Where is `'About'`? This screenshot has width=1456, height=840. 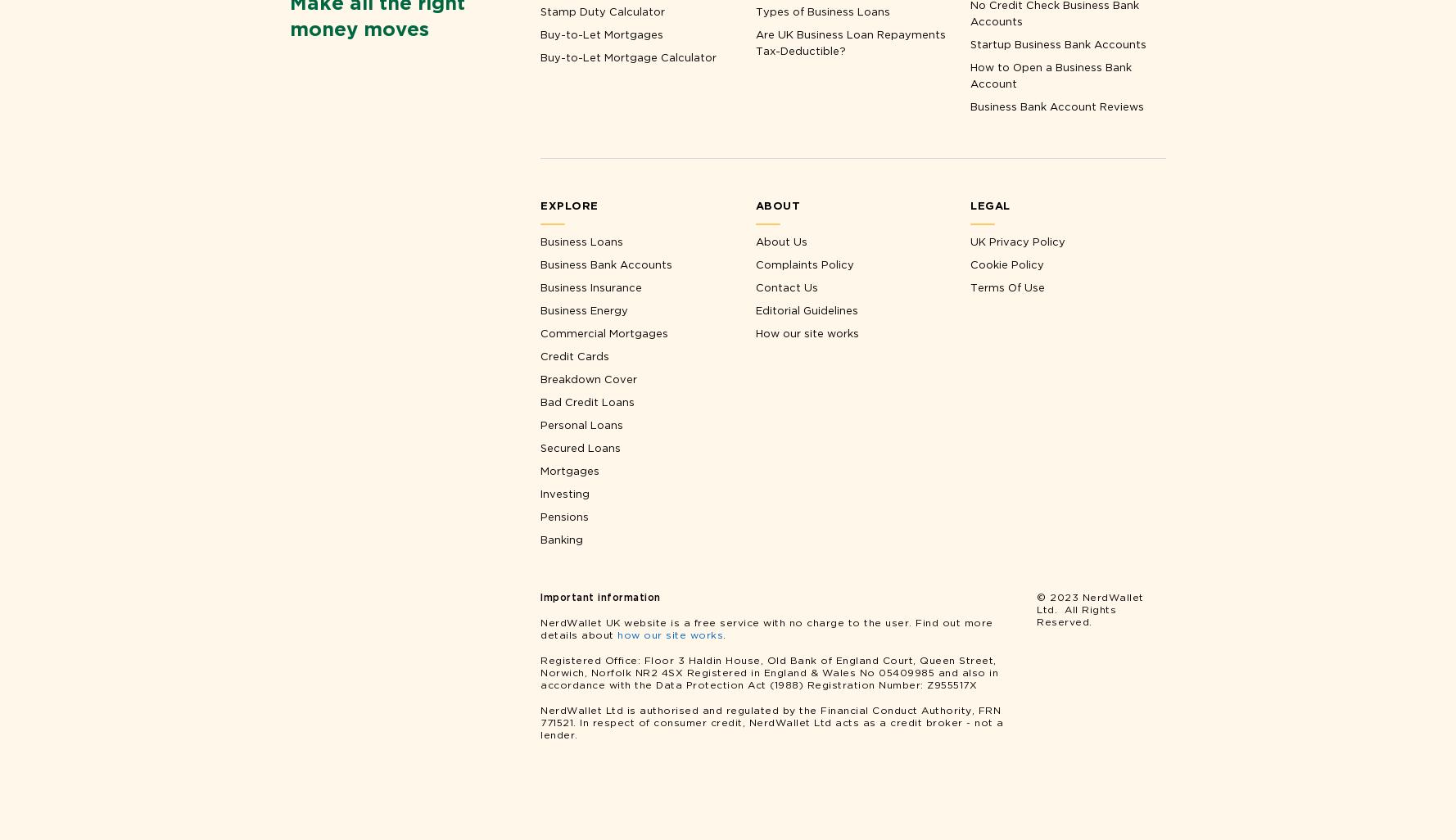 'About' is located at coordinates (777, 205).